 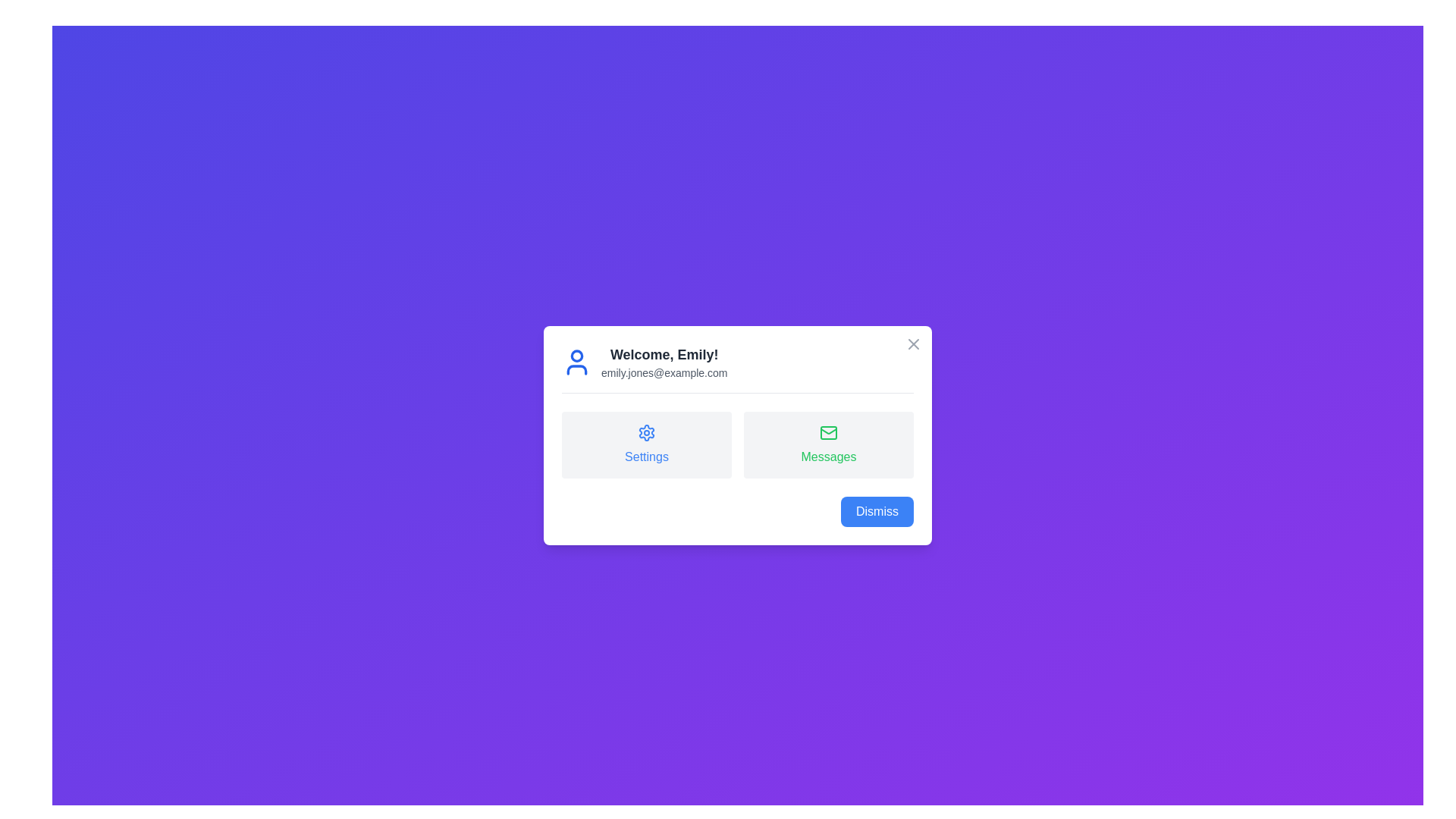 What do you see at coordinates (647, 444) in the screenshot?
I see `the interactive button labeled 'Settings' with a blue gear icon to observe its visual feedback` at bounding box center [647, 444].